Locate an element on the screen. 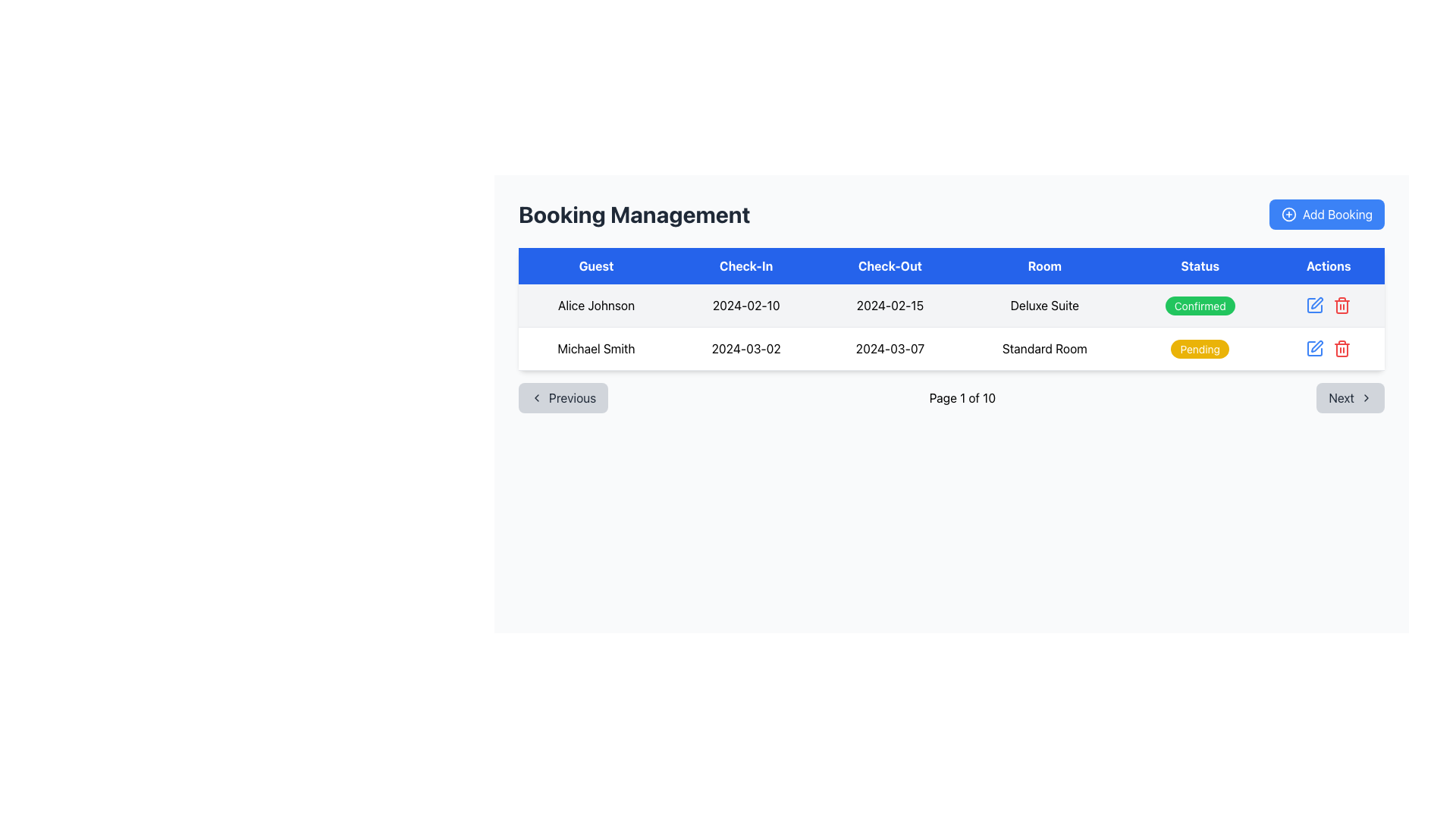  the 'Status' header label in the table, which is the fifth item among the six header labels: 'Guest', 'Check-In', 'Check-Out', 'Room', 'Status', and 'Actions' is located at coordinates (1199, 265).